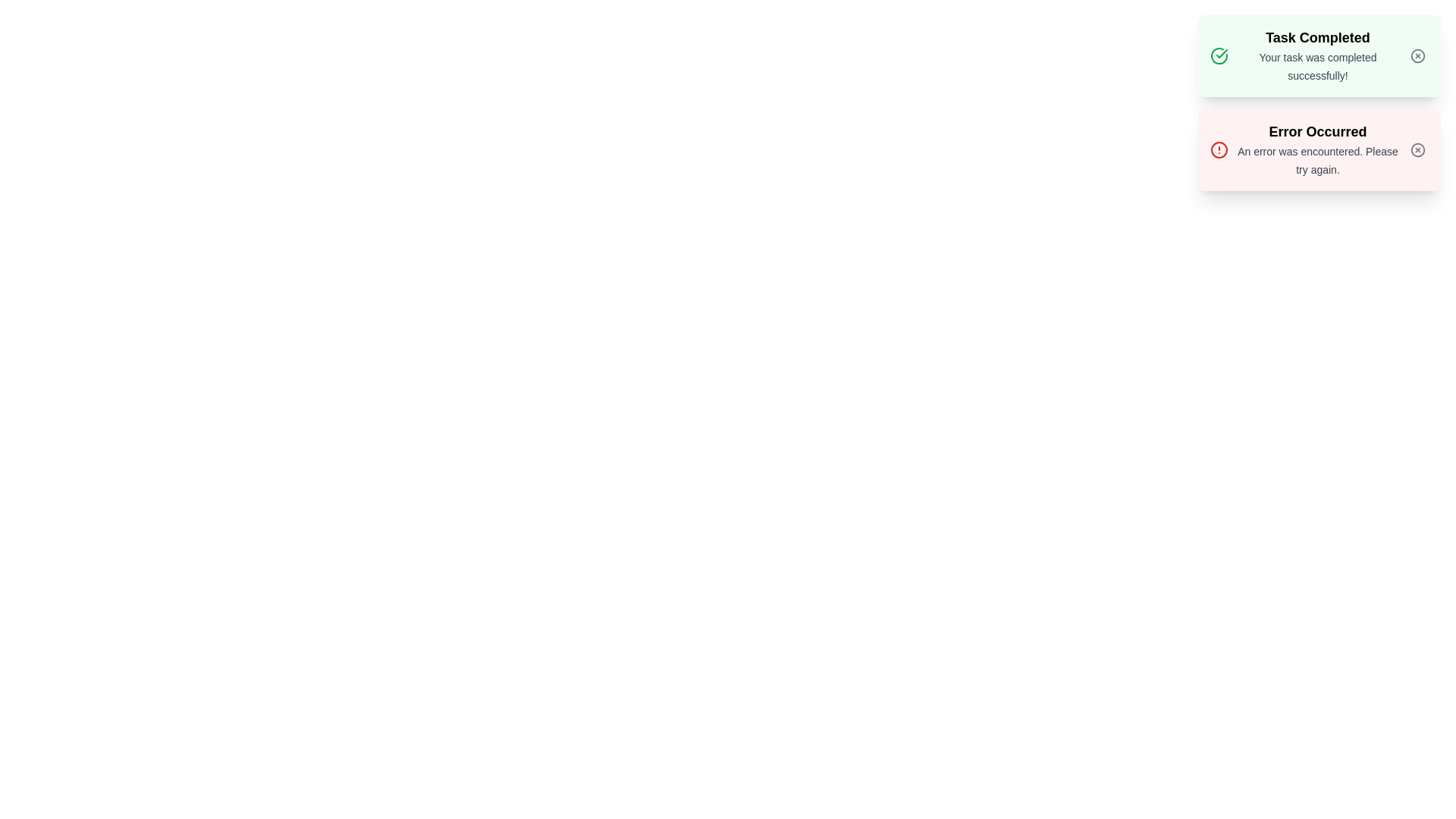  What do you see at coordinates (1417, 55) in the screenshot?
I see `the dismissal or close icon button located at the top right corner of the completion status card` at bounding box center [1417, 55].